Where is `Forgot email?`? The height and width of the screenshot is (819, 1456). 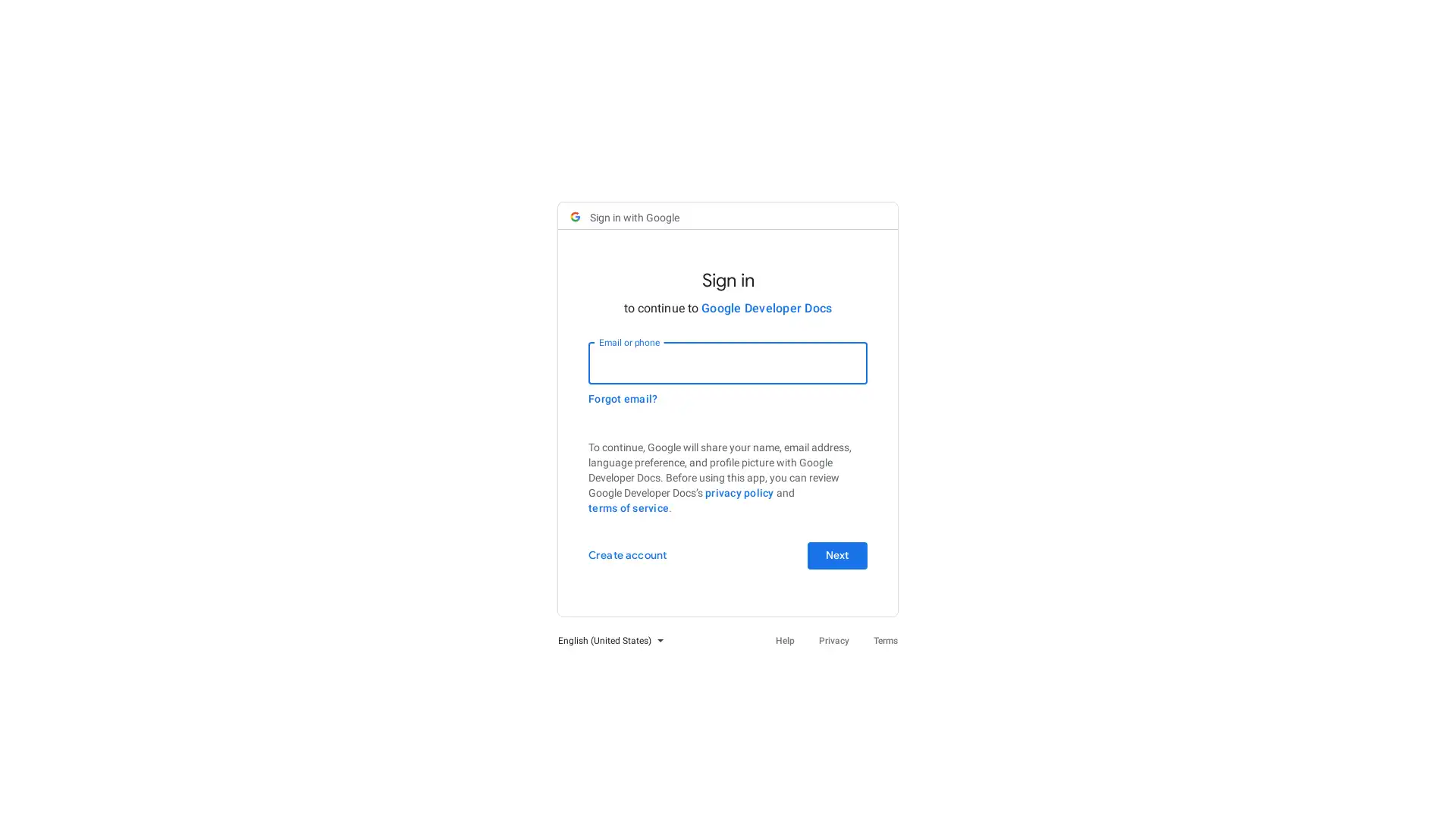 Forgot email? is located at coordinates (623, 397).